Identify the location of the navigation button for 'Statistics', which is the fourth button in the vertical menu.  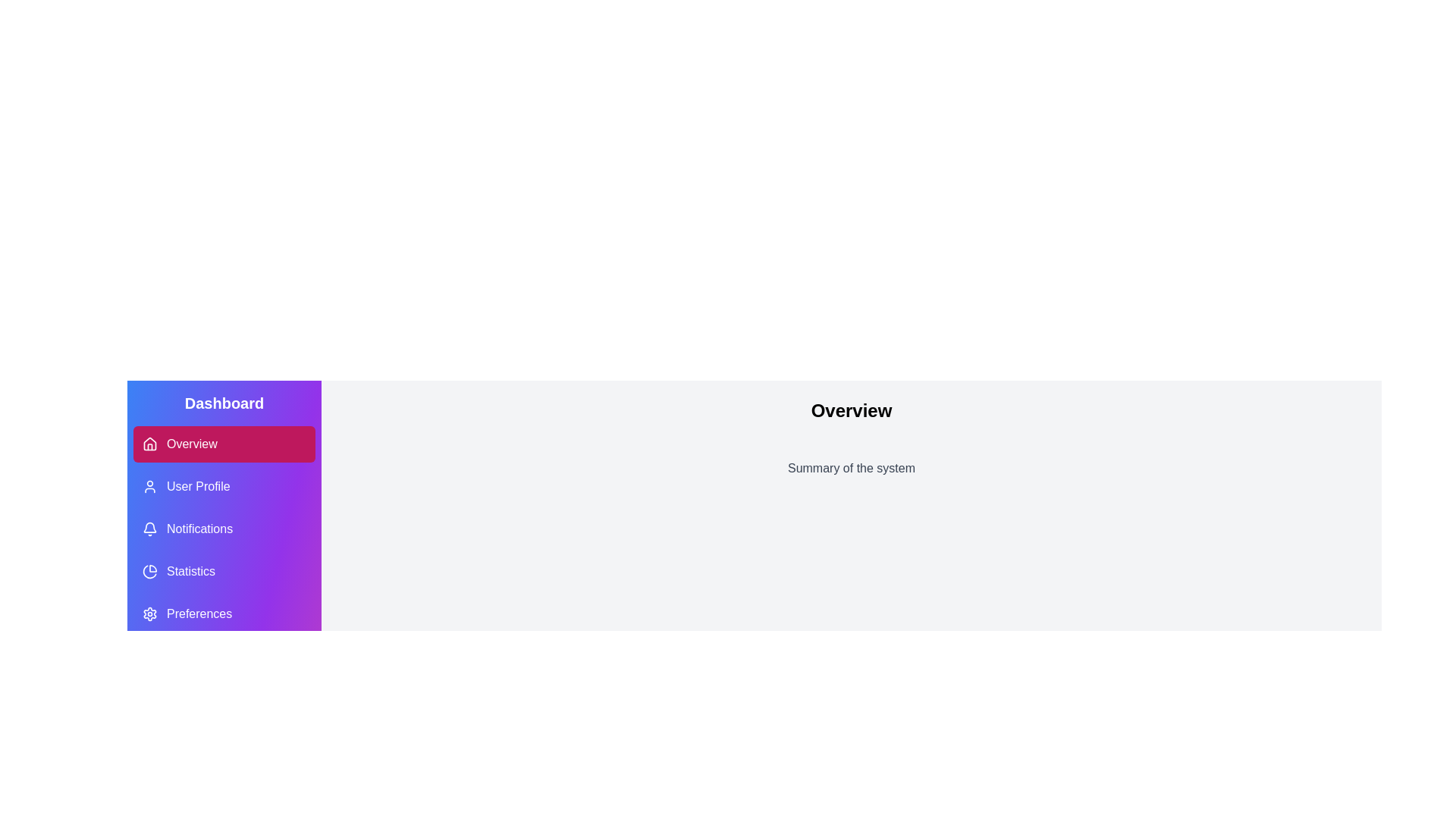
(224, 571).